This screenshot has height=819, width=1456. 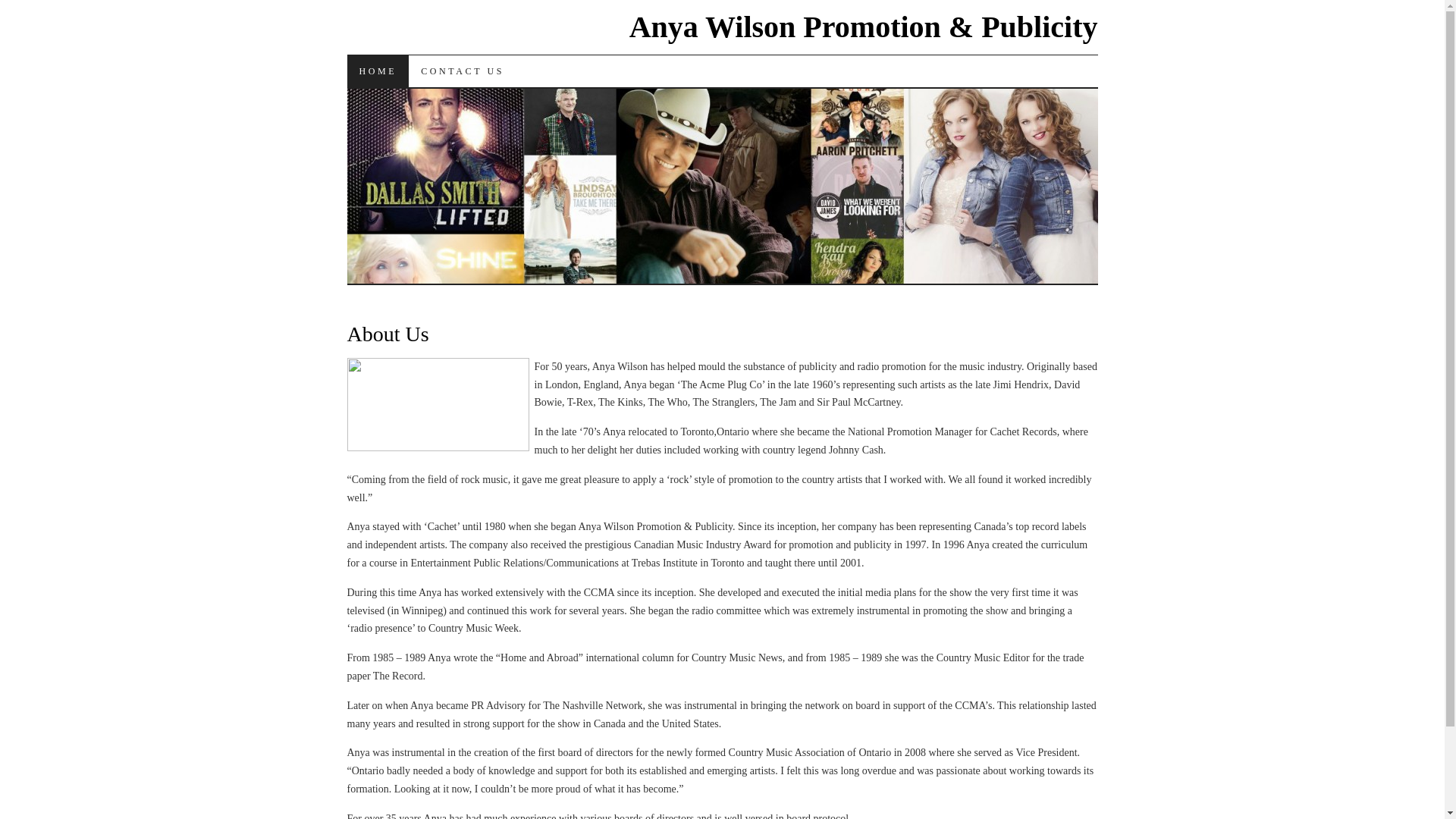 What do you see at coordinates (428, 71) in the screenshot?
I see `'SKIP TO CONTENT'` at bounding box center [428, 71].